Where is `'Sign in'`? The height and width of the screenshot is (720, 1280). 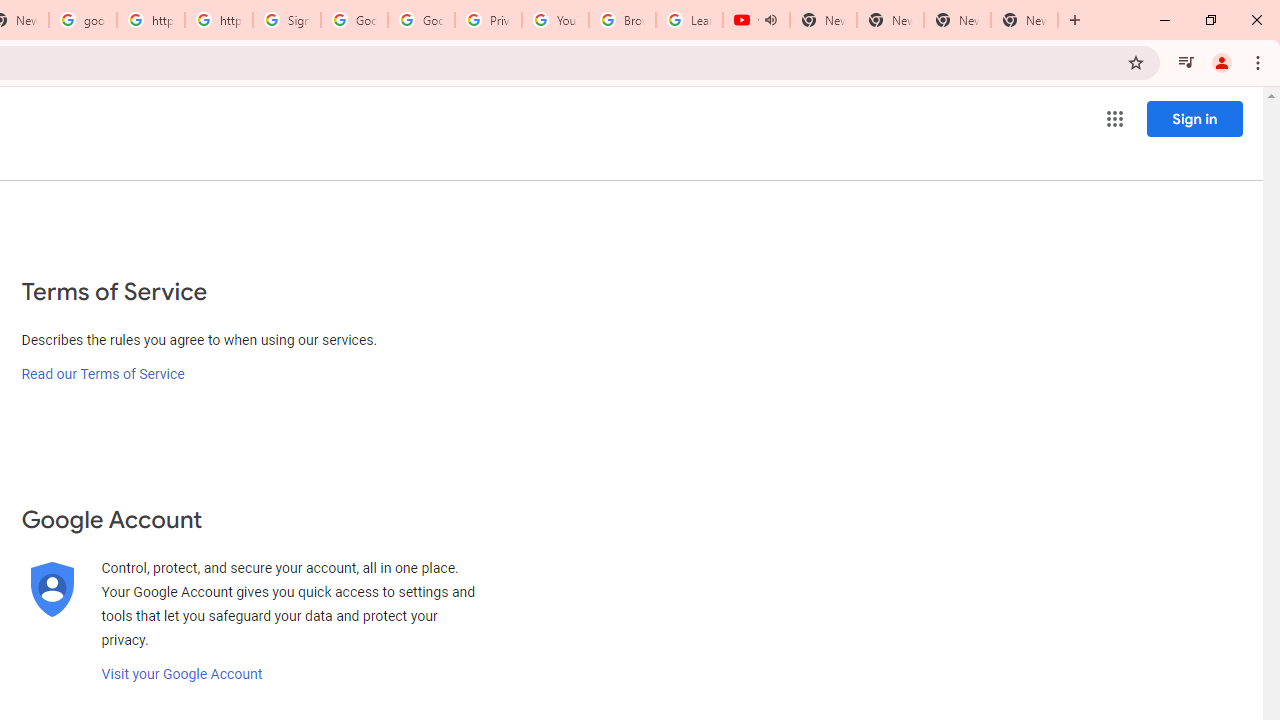
'Sign in' is located at coordinates (1194, 118).